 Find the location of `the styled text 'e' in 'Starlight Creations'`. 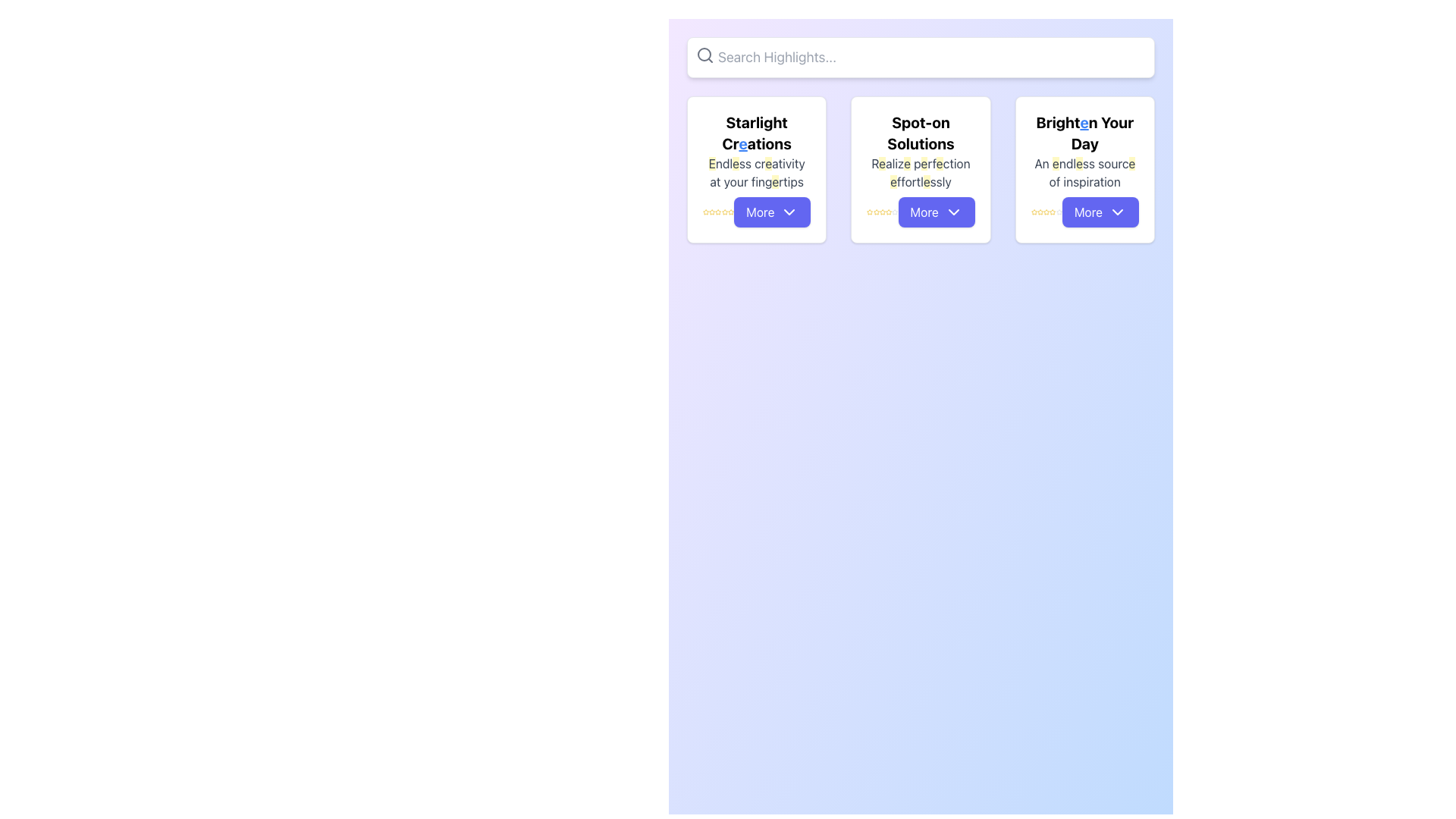

the styled text 'e' in 'Starlight Creations' is located at coordinates (743, 143).